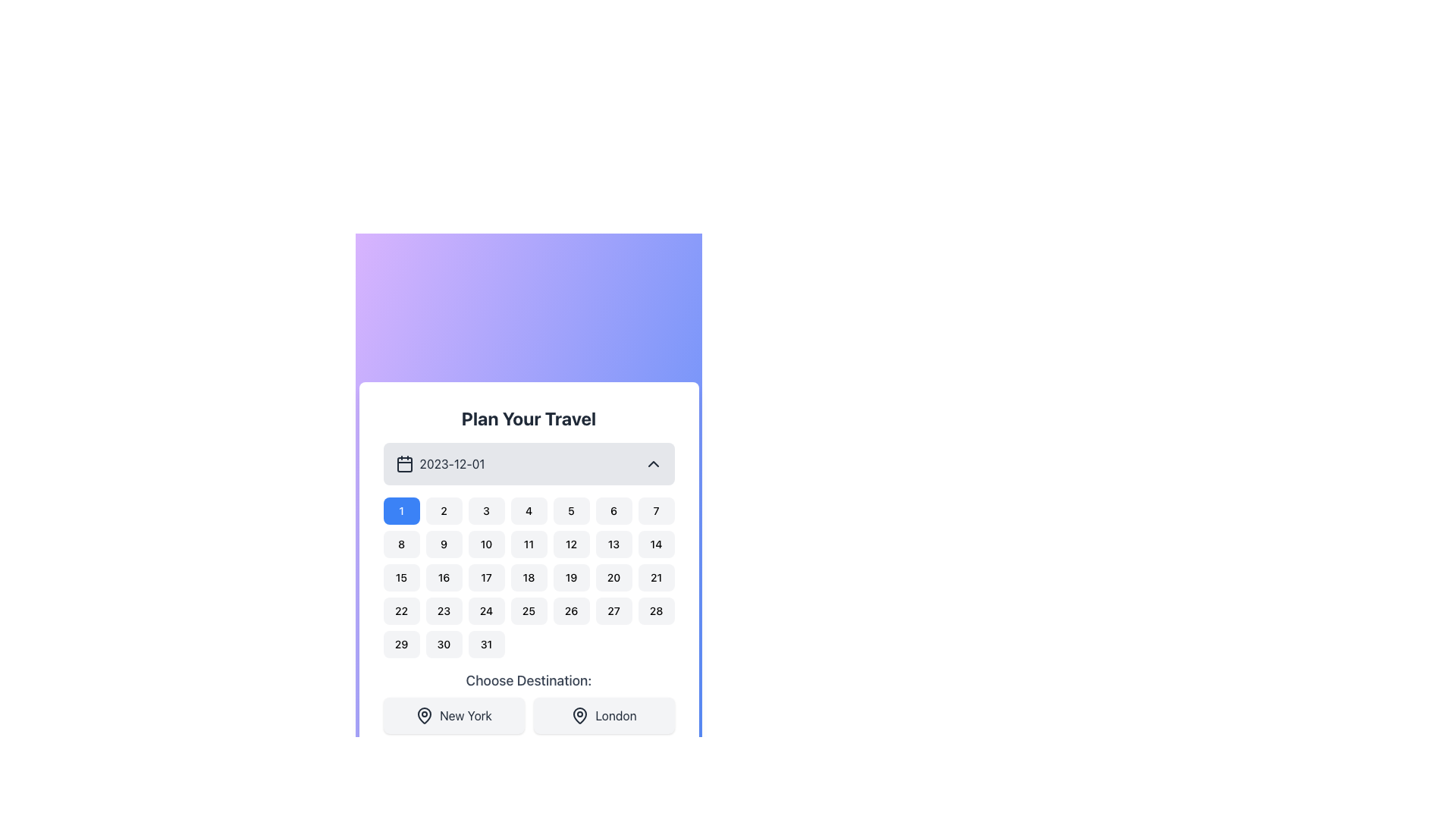  What do you see at coordinates (439, 463) in the screenshot?
I see `the date display element located below the 'Plan Your Travel' heading, which is a label with an icon showing the selected travel date` at bounding box center [439, 463].